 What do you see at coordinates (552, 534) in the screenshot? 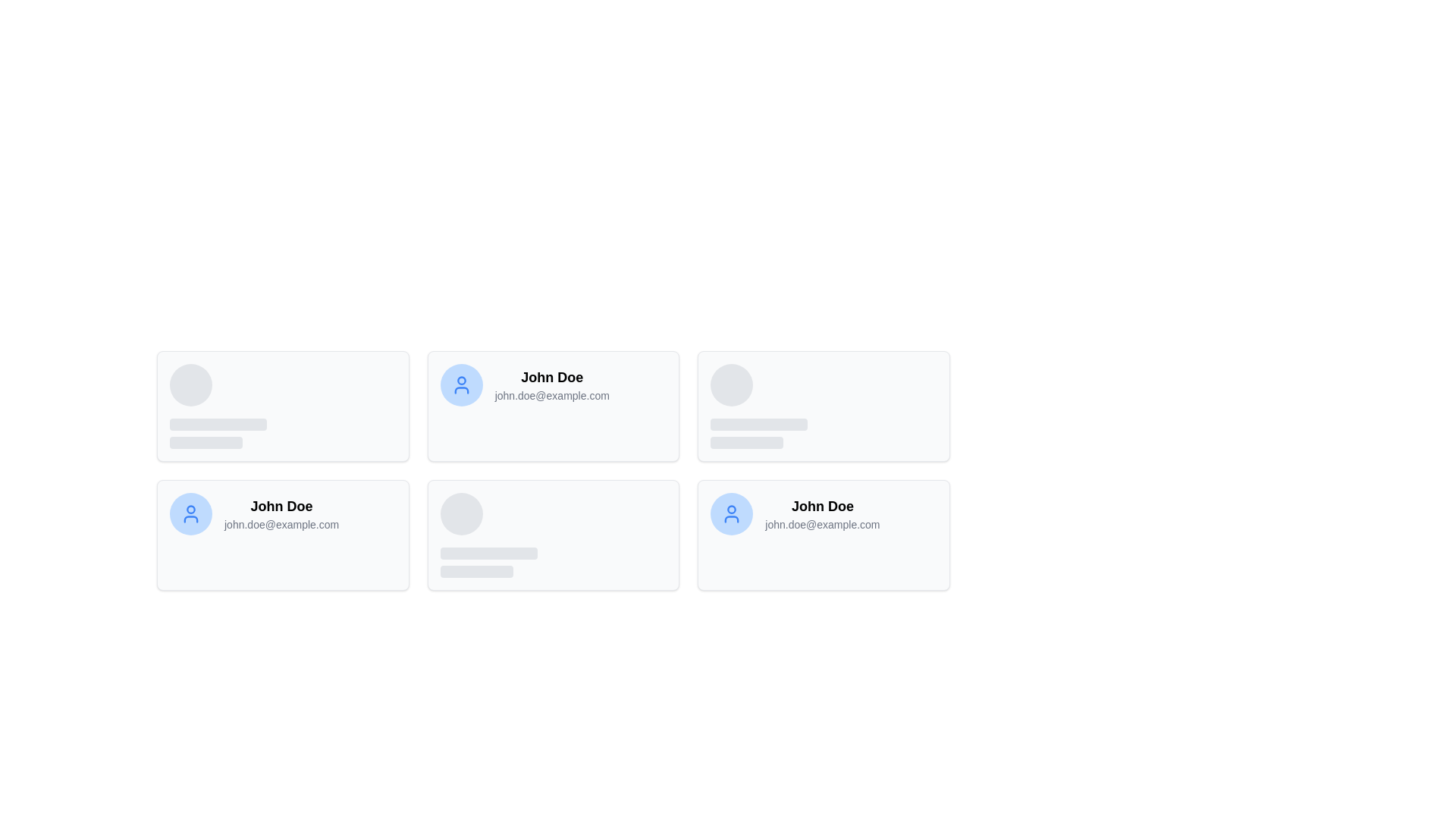
I see `the user profile or content preview card located in the second row and second column of the grid layout` at bounding box center [552, 534].